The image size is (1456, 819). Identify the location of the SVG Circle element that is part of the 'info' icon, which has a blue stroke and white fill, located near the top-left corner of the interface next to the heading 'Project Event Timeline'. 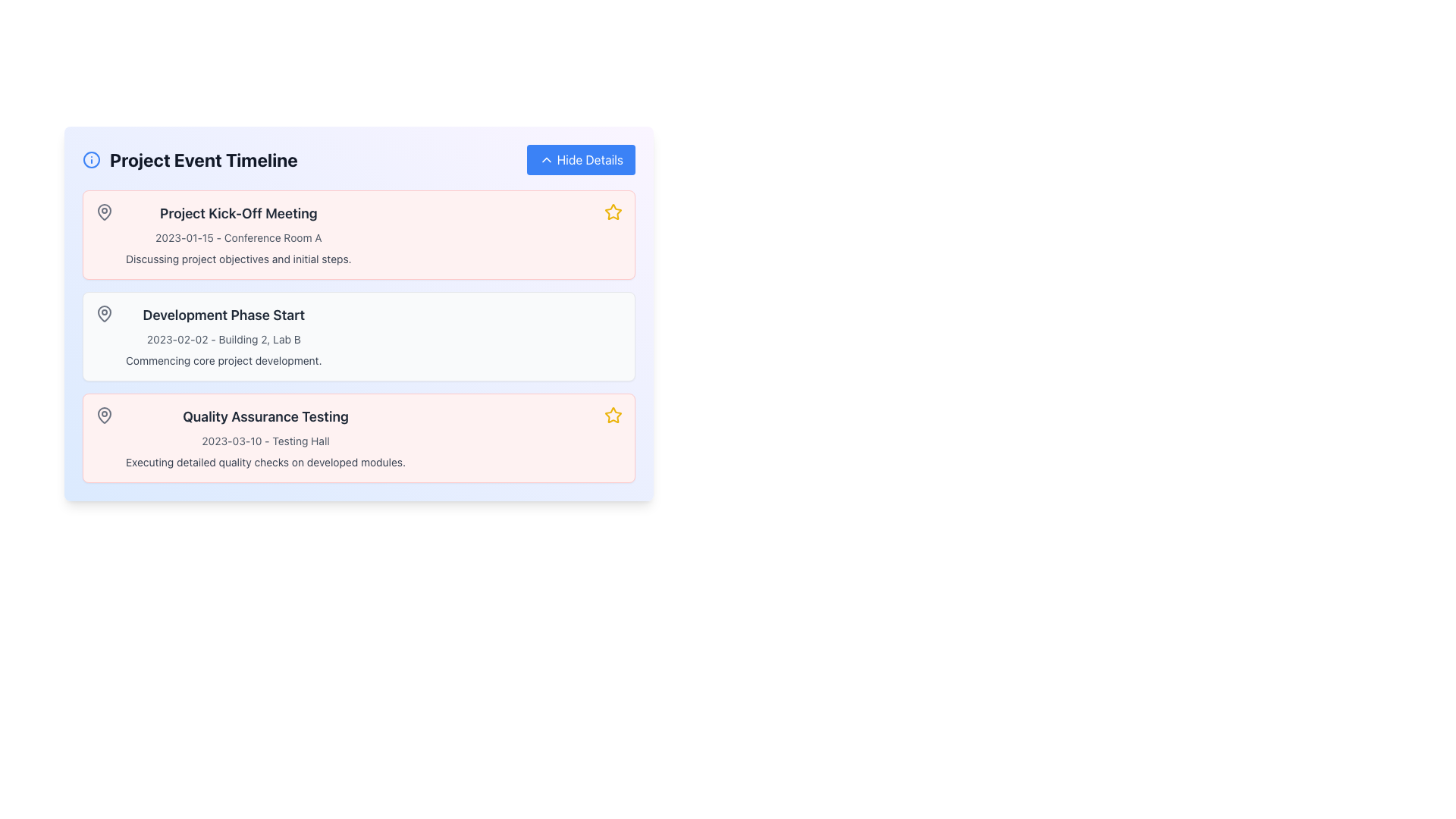
(90, 160).